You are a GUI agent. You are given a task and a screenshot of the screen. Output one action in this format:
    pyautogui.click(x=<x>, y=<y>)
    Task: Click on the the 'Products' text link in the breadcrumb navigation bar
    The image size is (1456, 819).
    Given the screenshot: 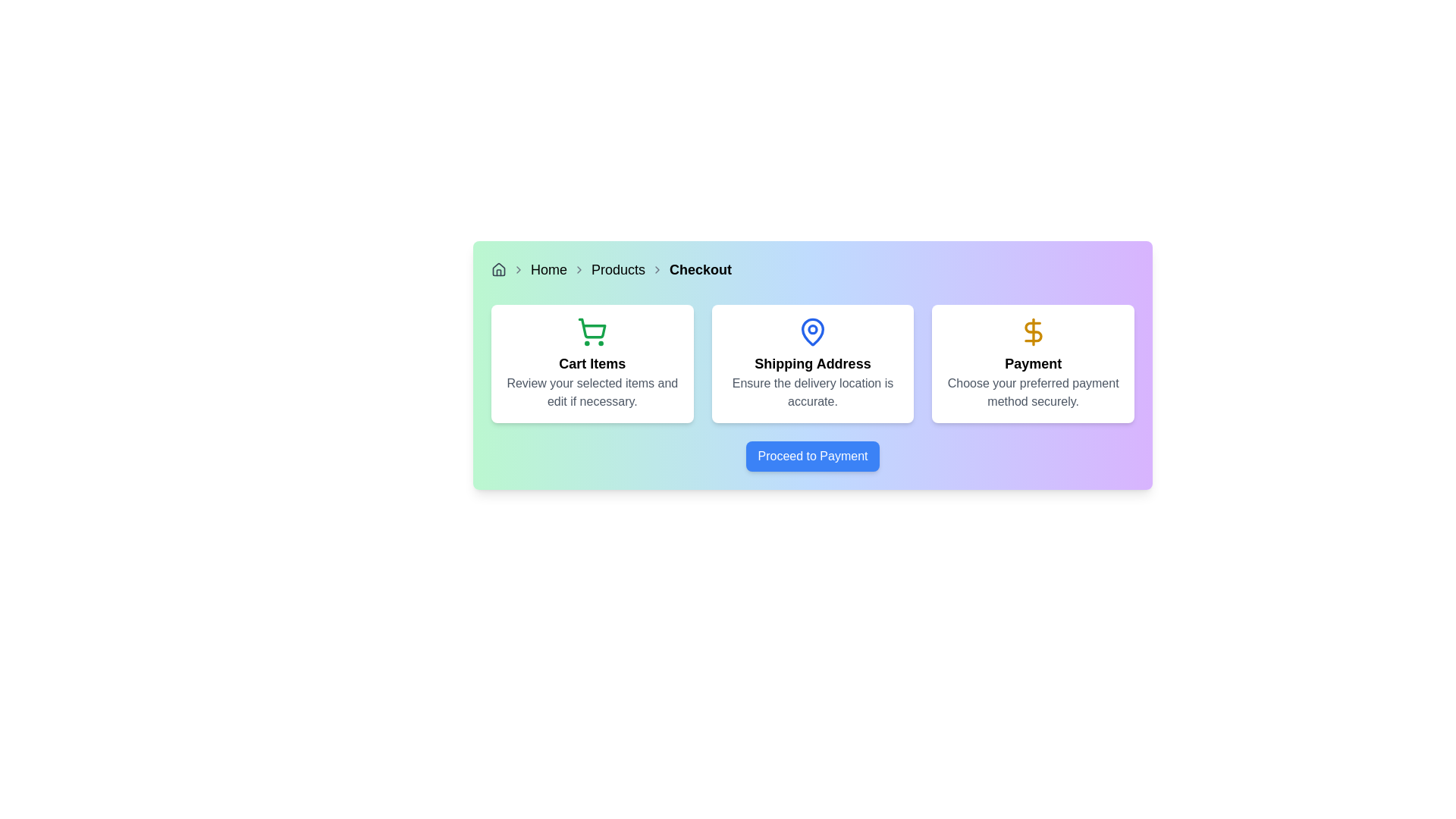 What is the action you would take?
    pyautogui.click(x=618, y=268)
    